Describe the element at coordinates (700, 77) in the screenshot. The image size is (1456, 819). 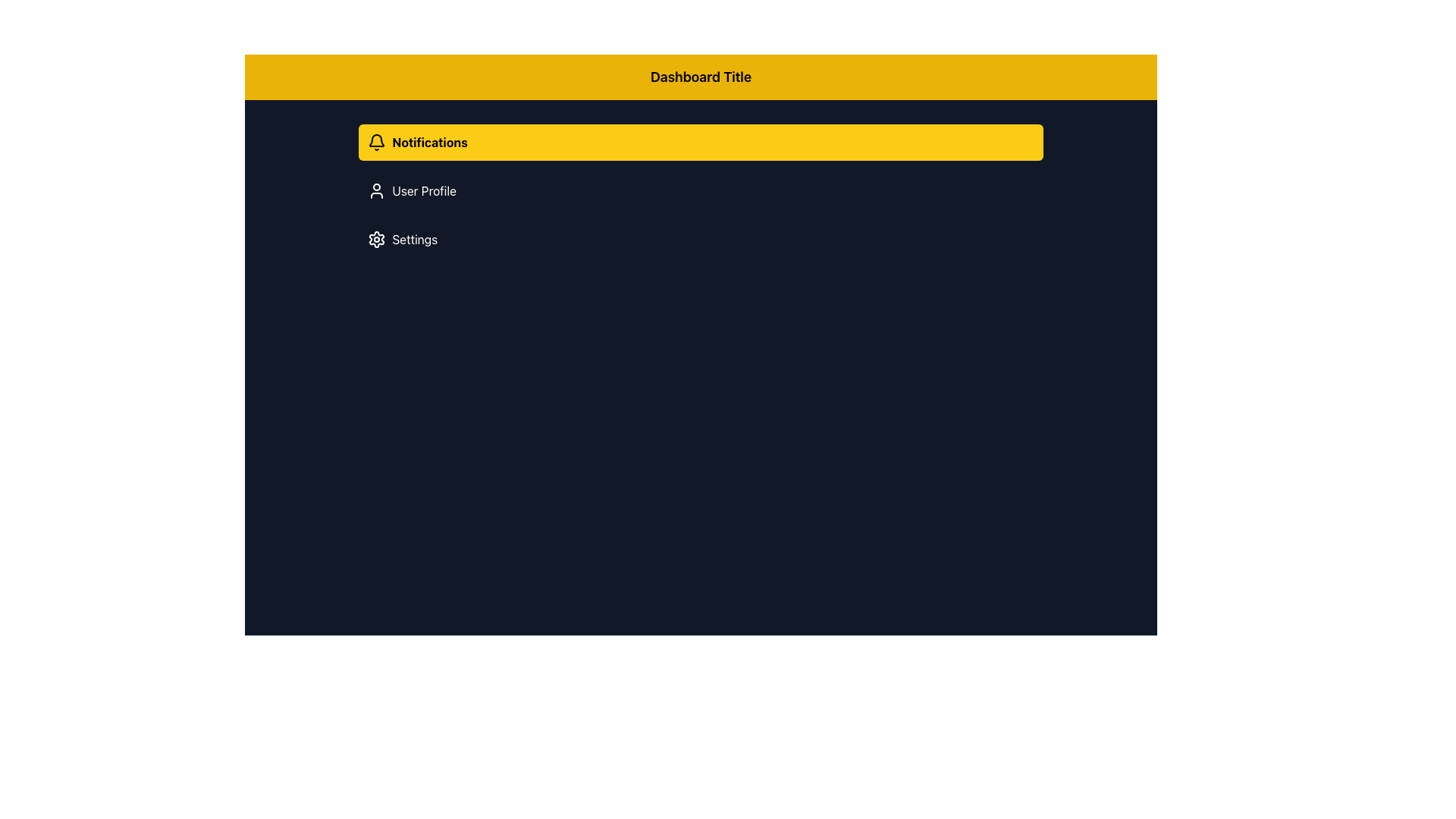
I see `the header titled 'Dashboard Title' which is a bright yellow rectangular bar at the top of the interface` at that location.